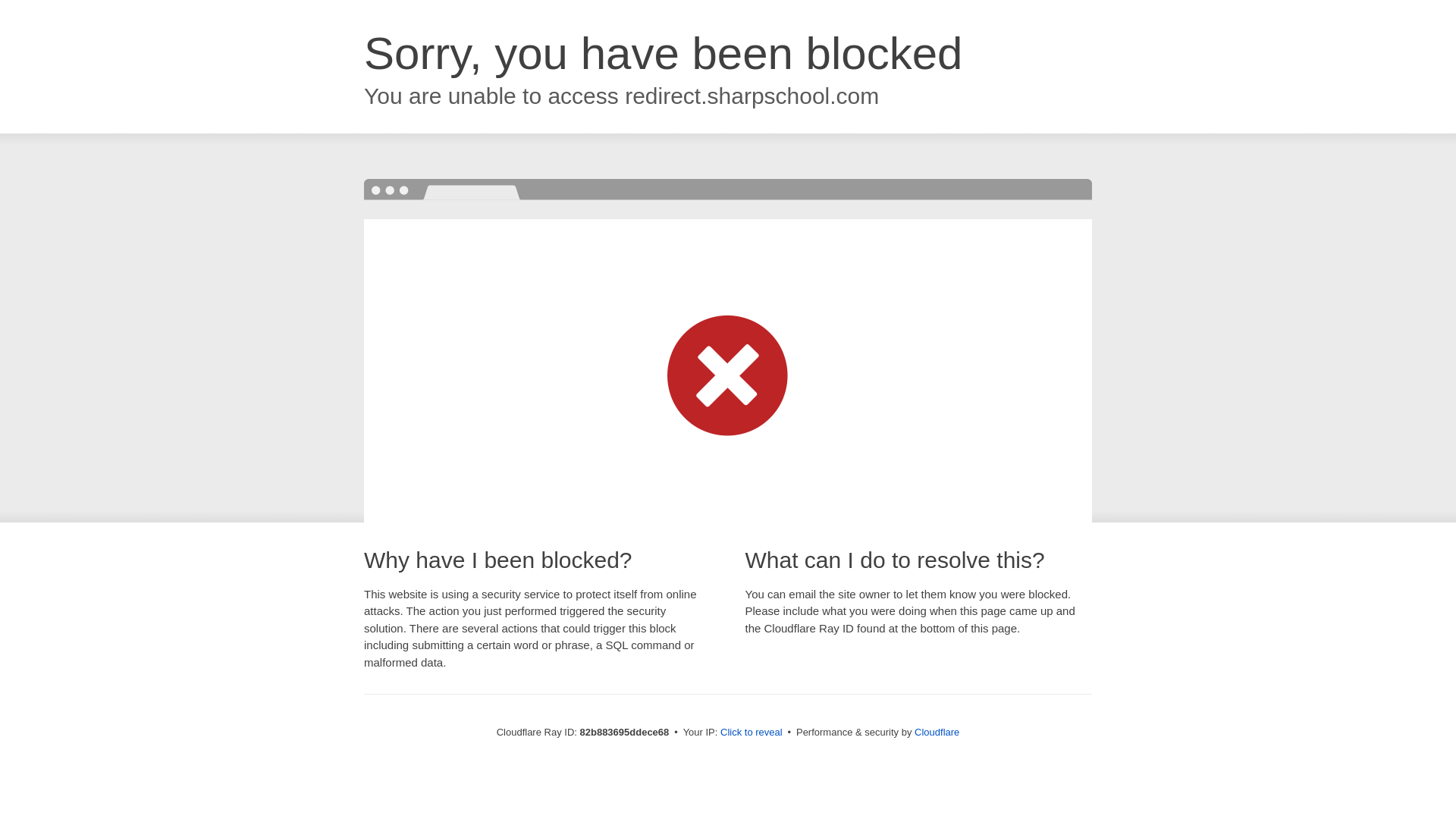 The height and width of the screenshot is (819, 1456). Describe the element at coordinates (936, 731) in the screenshot. I see `'Cloudflare'` at that location.